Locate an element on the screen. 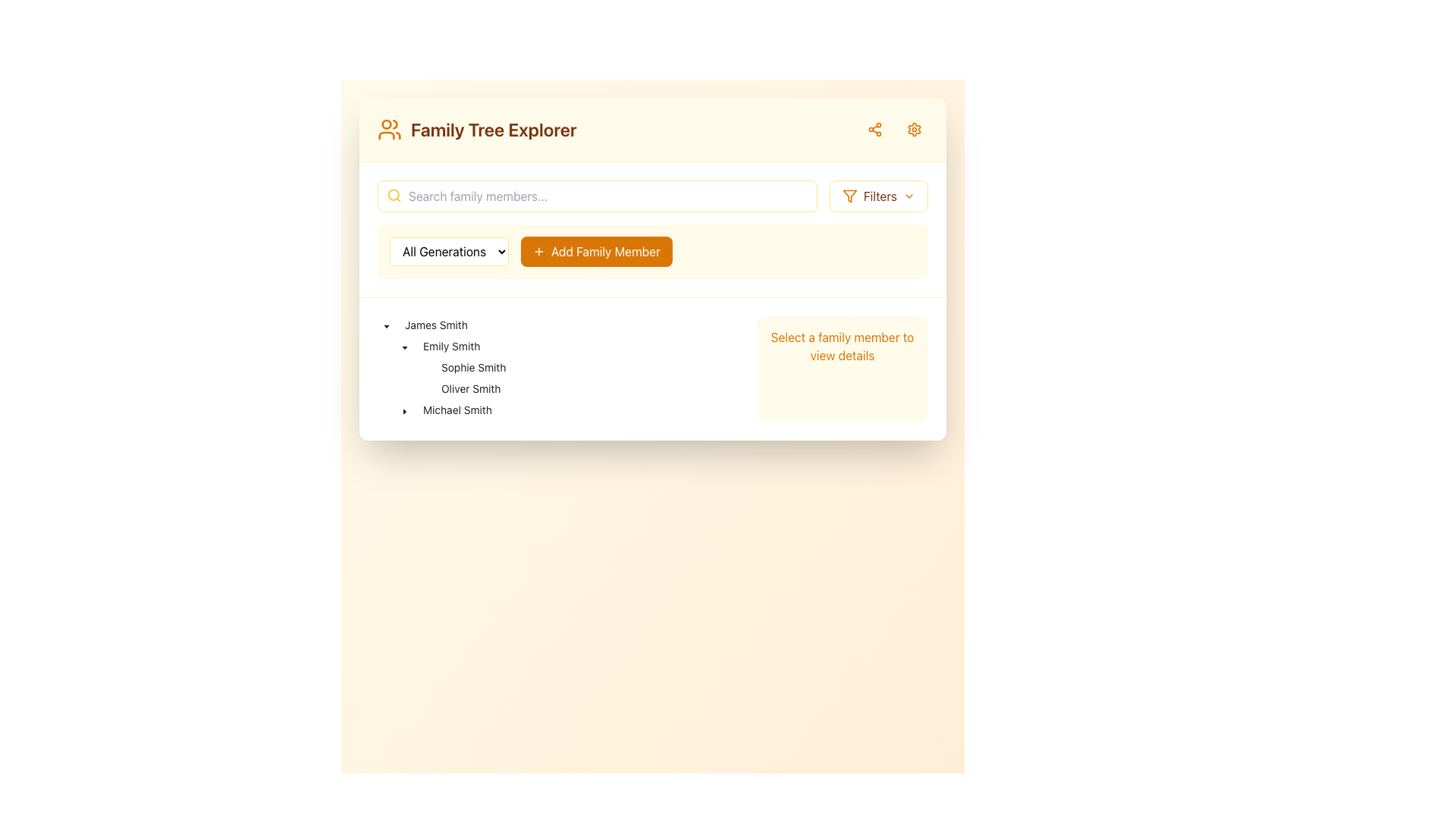 The width and height of the screenshot is (1456, 819). the label indicating the family member 'Michael Smith' in the Family Tree Explorer under Emily Smith is located at coordinates (457, 409).